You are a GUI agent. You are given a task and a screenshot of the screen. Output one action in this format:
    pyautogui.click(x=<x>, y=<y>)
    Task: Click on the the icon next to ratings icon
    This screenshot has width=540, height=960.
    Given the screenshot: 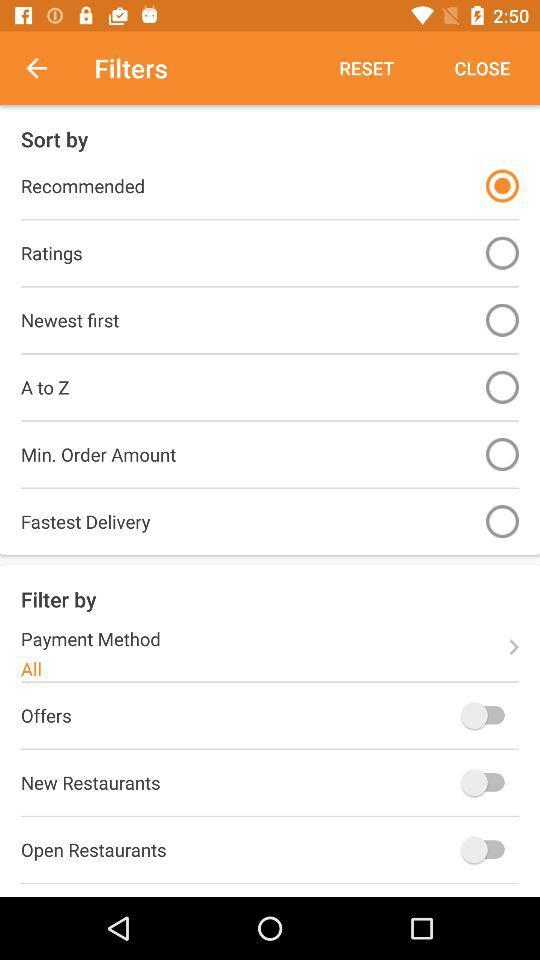 What is the action you would take?
    pyautogui.click(x=501, y=252)
    